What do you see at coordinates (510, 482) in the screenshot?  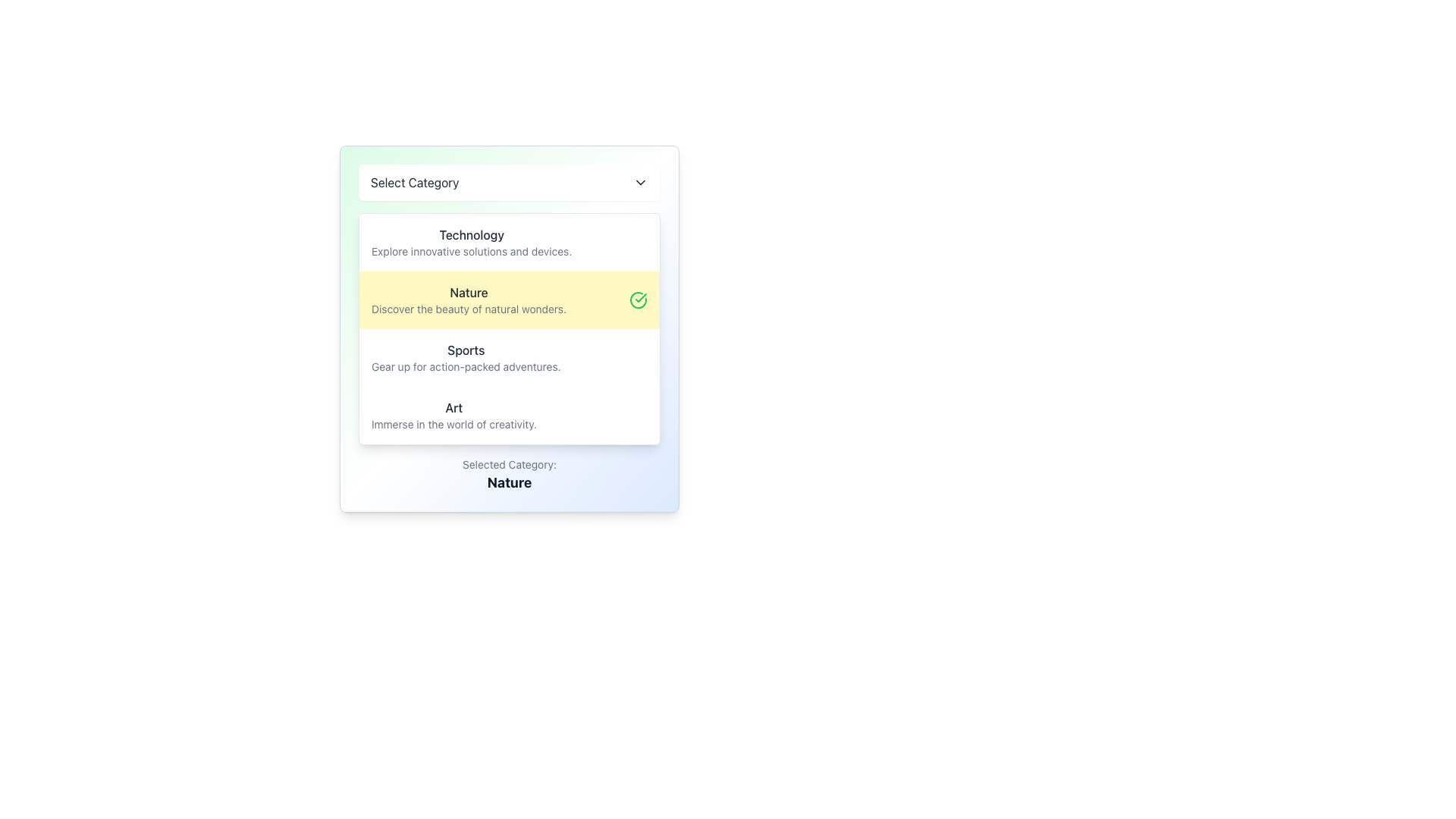 I see `the text label that displays the currently selected category, which is 'Nature', located beneath the list of selectable categories` at bounding box center [510, 482].